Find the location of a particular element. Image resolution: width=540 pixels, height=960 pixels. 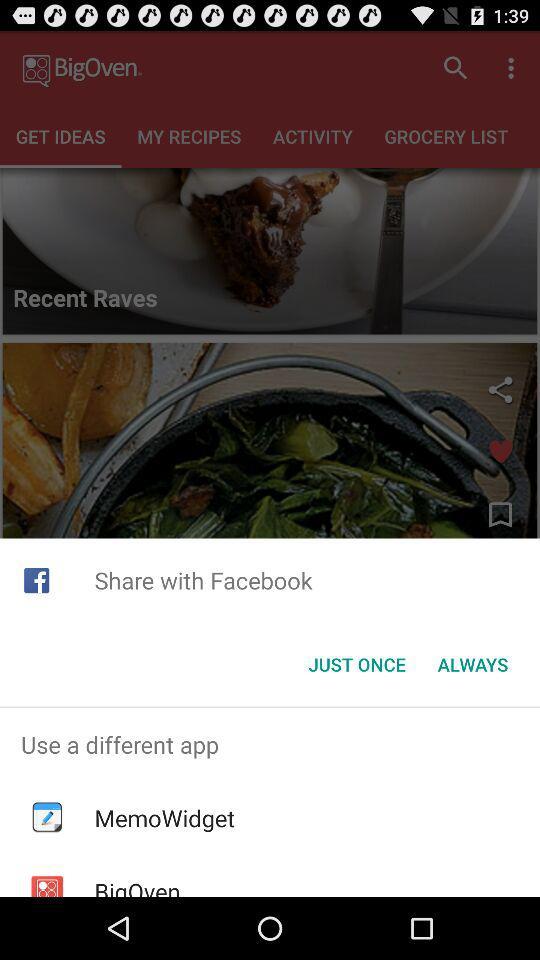

the just once icon is located at coordinates (356, 664).